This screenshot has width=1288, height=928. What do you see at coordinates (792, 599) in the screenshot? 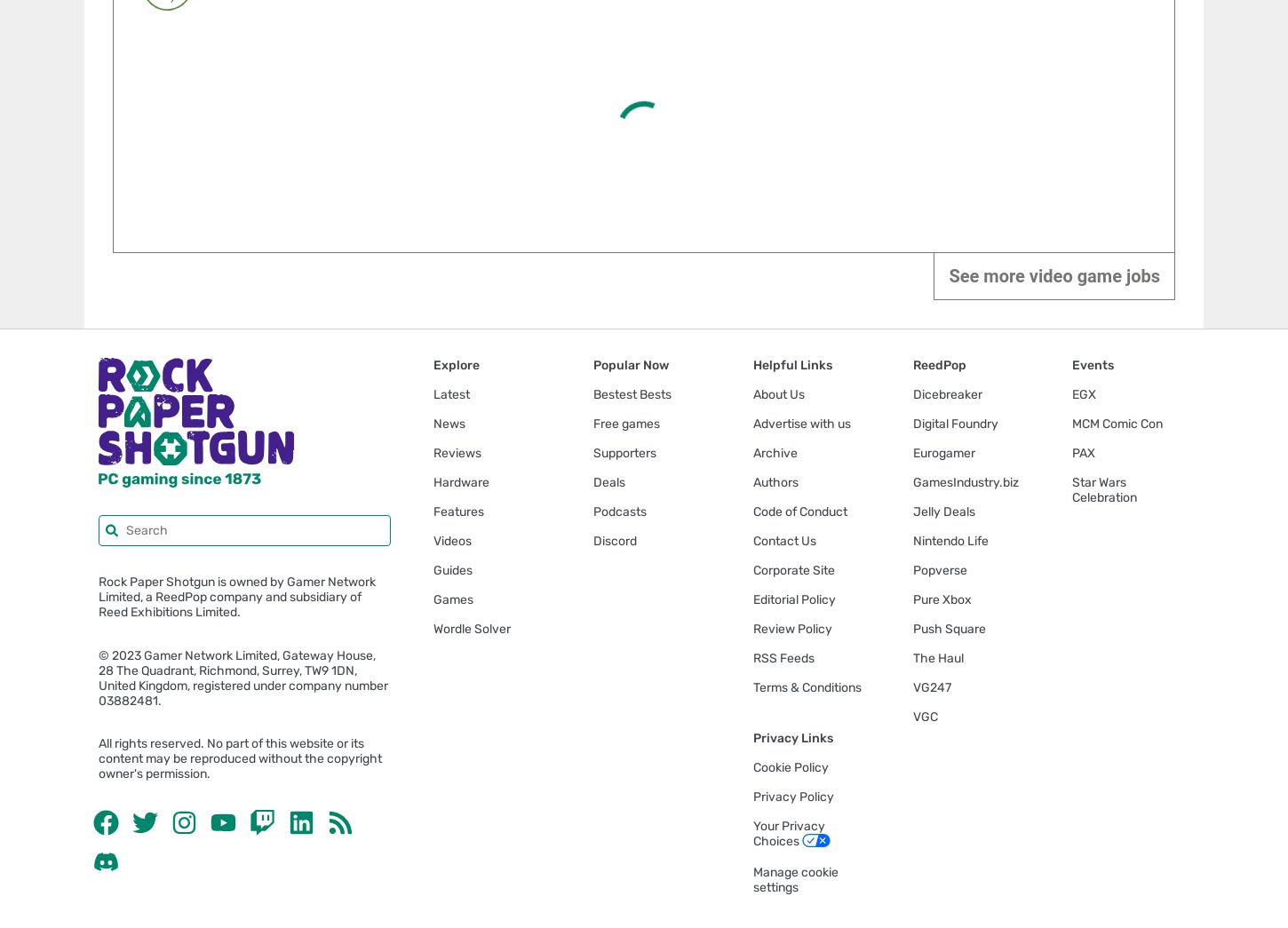
I see `'Editorial Policy'` at bounding box center [792, 599].